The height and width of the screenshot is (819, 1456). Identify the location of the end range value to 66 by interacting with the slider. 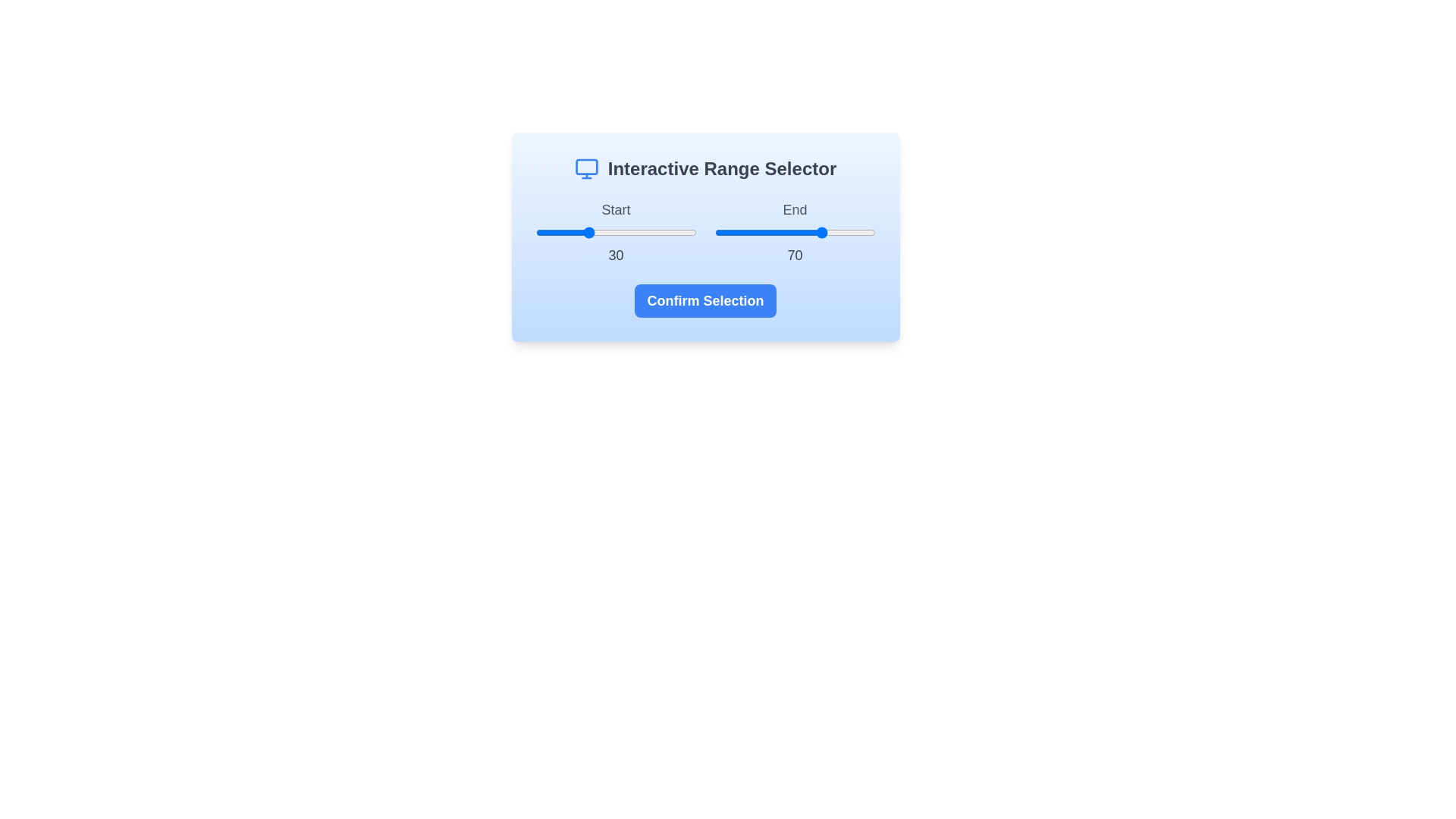
(820, 233).